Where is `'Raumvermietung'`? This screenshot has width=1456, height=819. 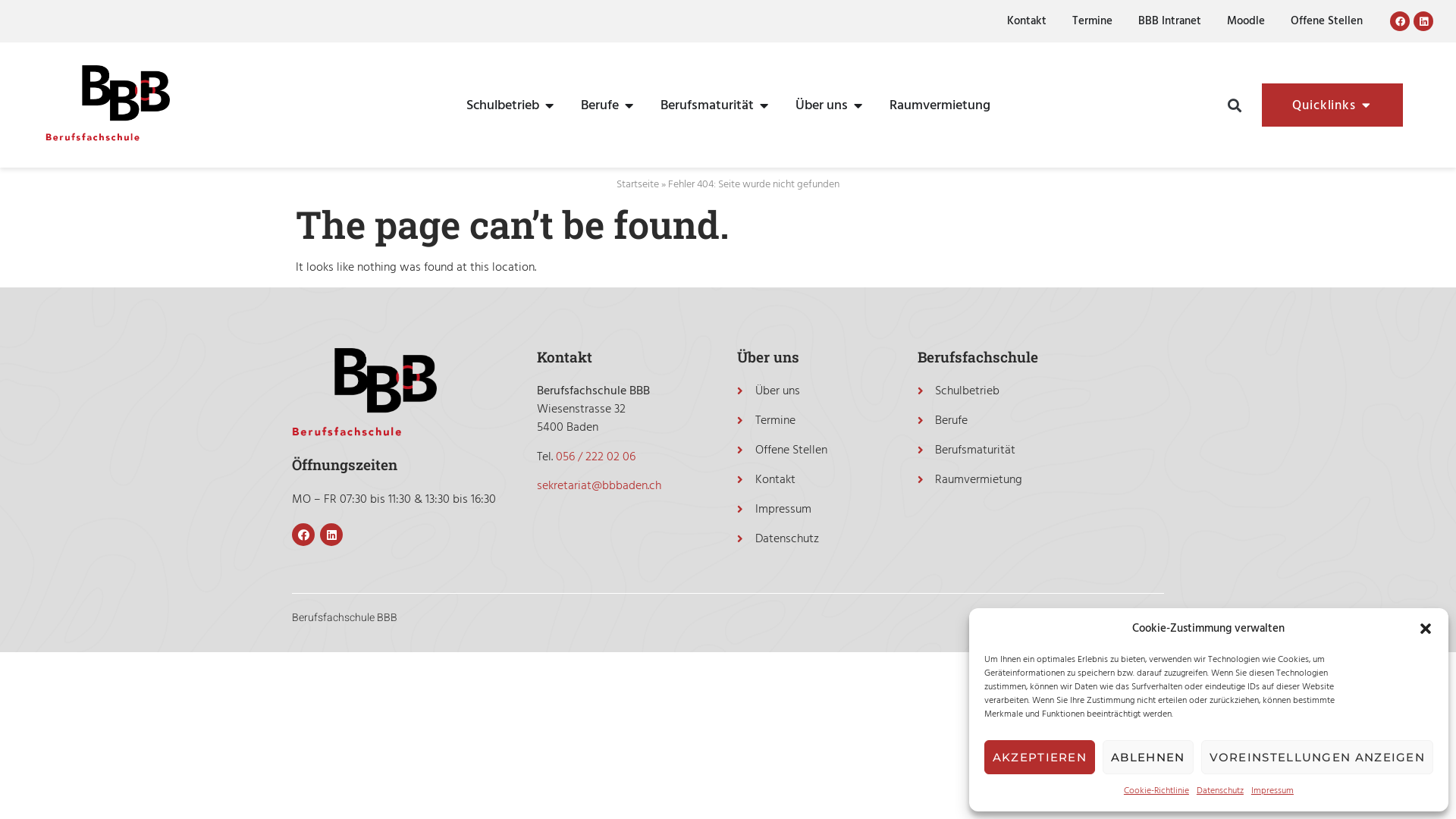
'Raumvermietung' is located at coordinates (938, 104).